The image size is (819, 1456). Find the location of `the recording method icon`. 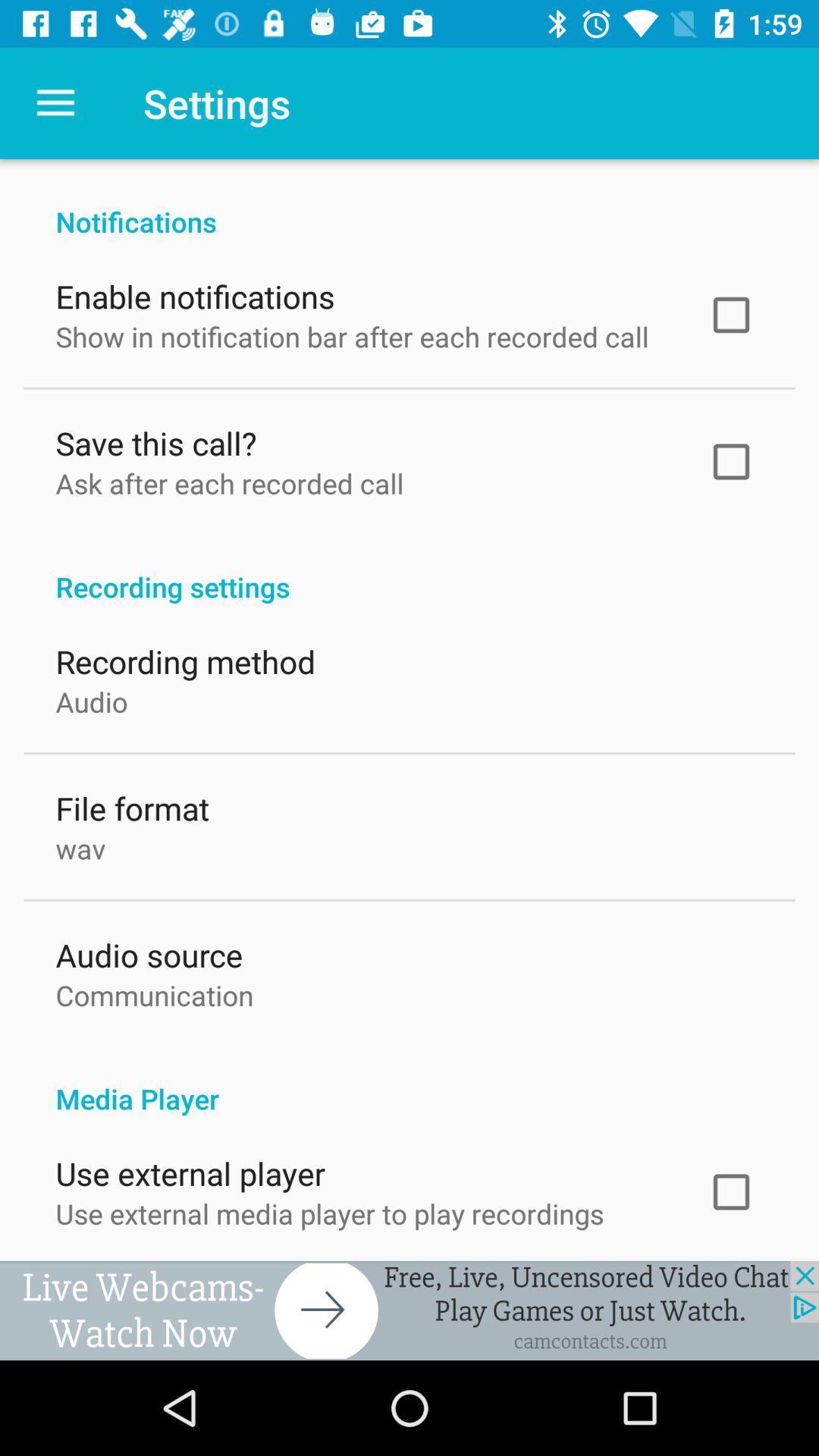

the recording method icon is located at coordinates (184, 657).